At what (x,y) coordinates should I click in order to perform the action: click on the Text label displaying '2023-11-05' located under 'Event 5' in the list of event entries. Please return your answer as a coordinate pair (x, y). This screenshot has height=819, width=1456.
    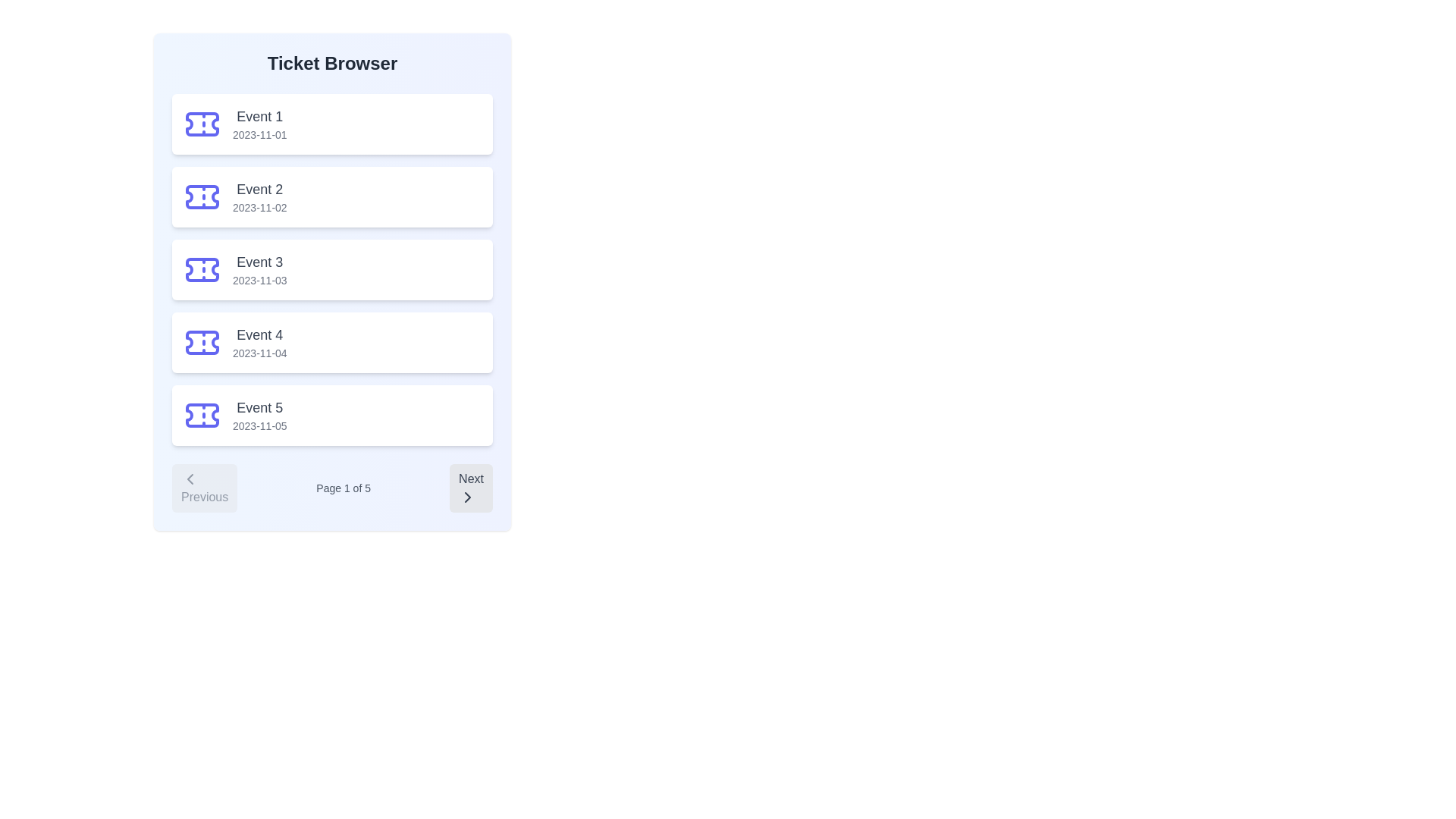
    Looking at the image, I should click on (259, 426).